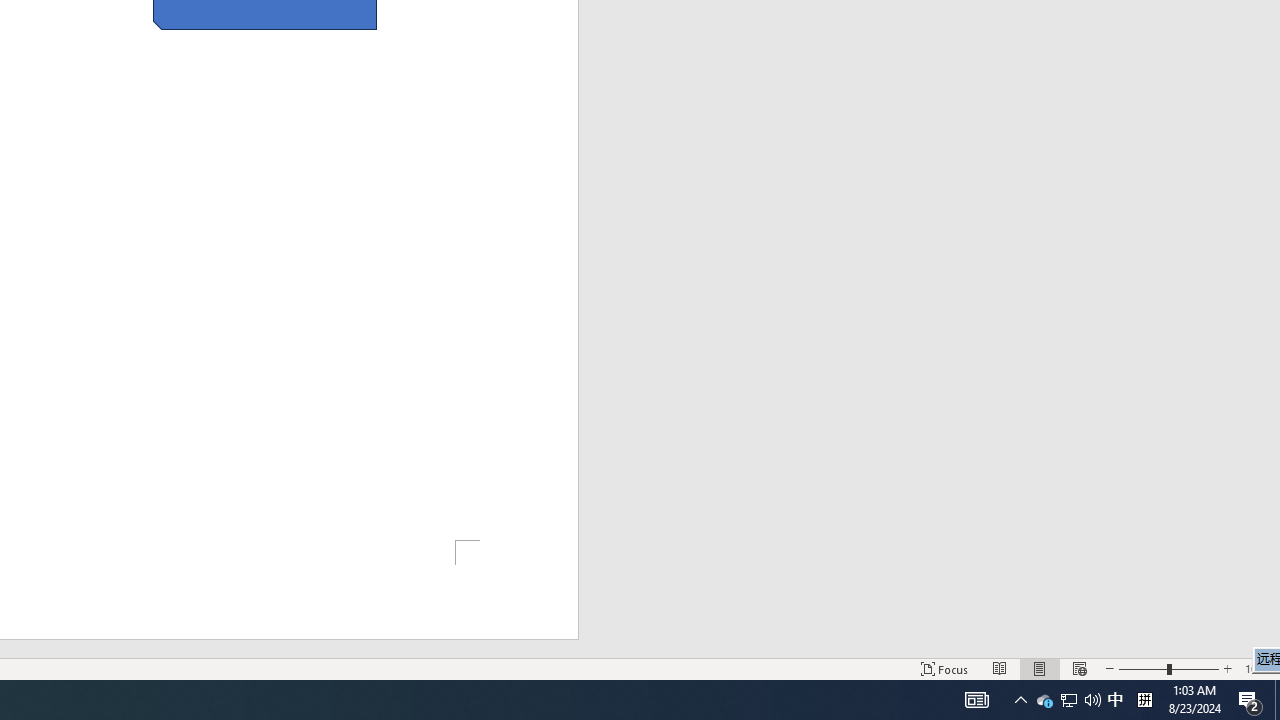 The width and height of the screenshot is (1280, 720). I want to click on 'Zoom 104%', so click(1257, 669).